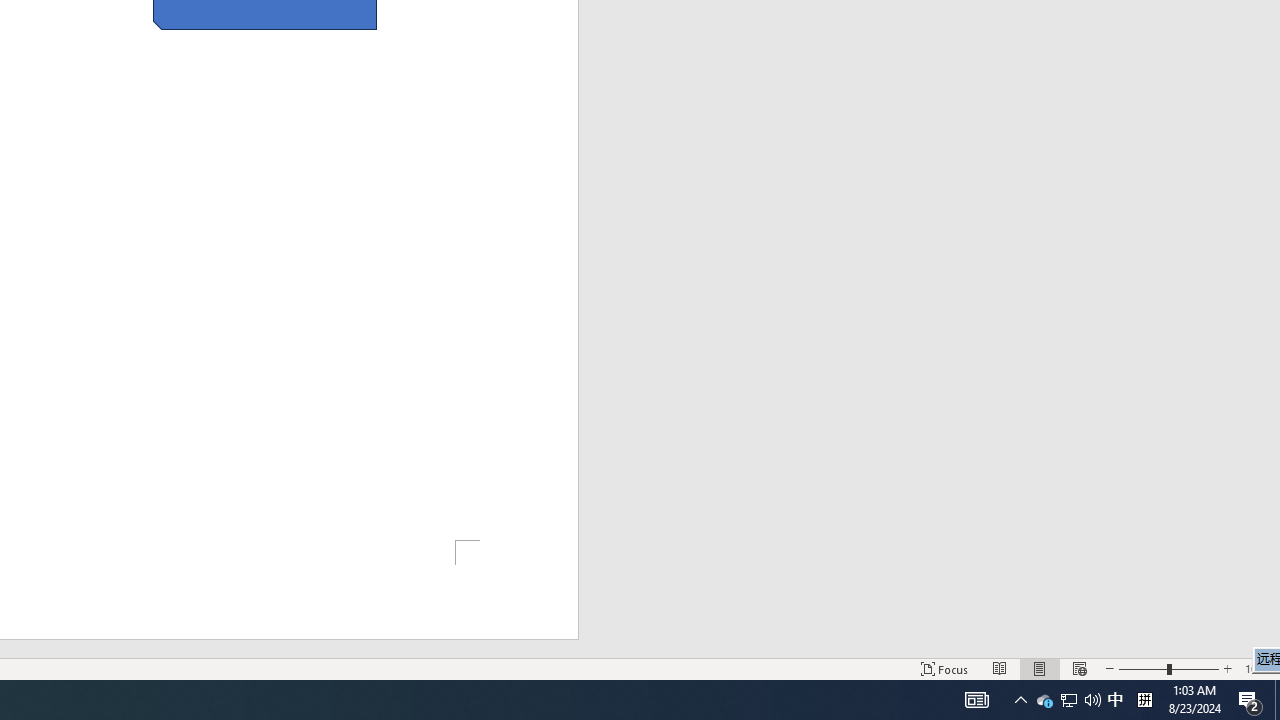 The width and height of the screenshot is (1280, 720). I want to click on 'Zoom 104%', so click(1257, 669).